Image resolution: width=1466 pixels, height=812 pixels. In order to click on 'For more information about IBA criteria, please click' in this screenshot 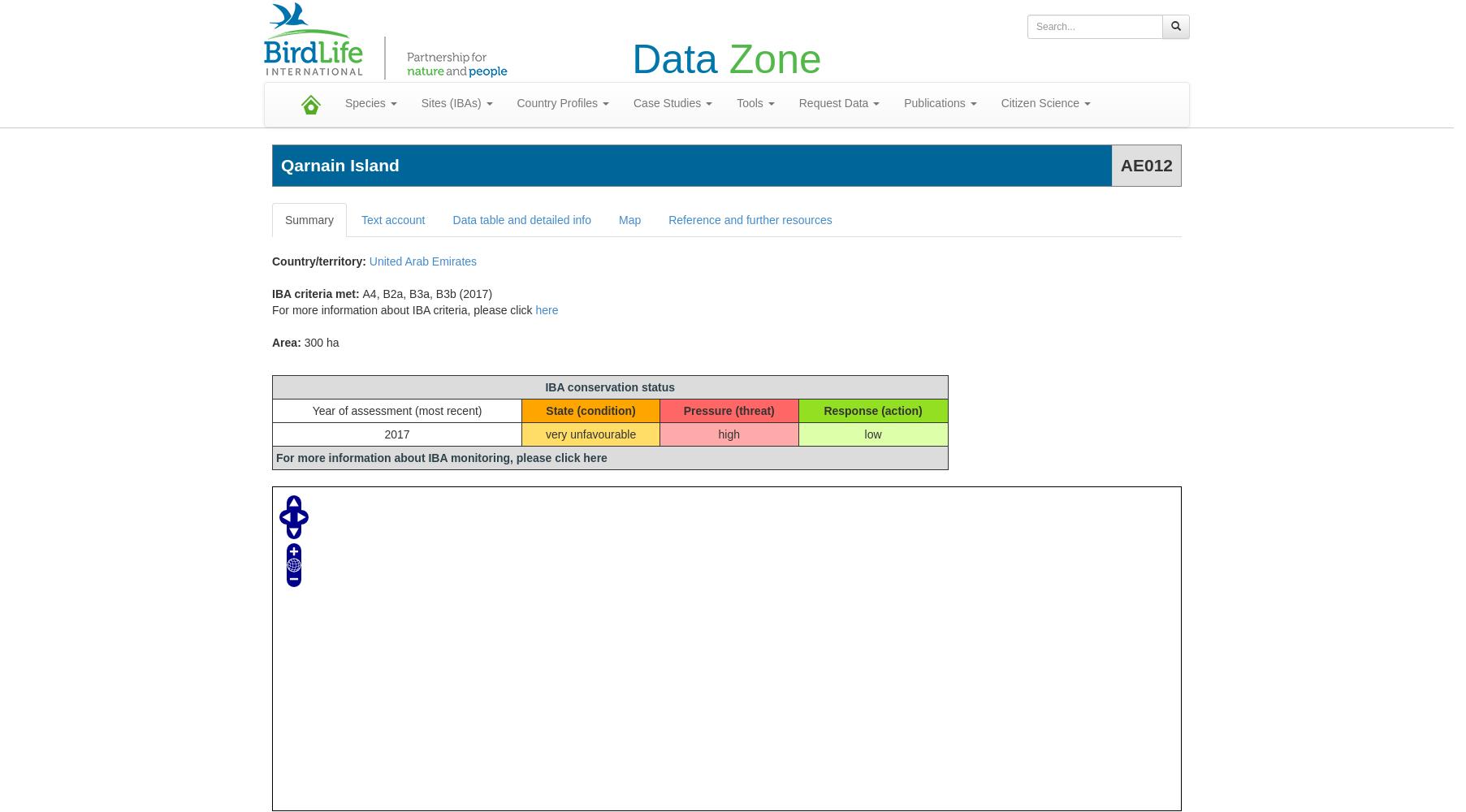, I will do `click(403, 310)`.